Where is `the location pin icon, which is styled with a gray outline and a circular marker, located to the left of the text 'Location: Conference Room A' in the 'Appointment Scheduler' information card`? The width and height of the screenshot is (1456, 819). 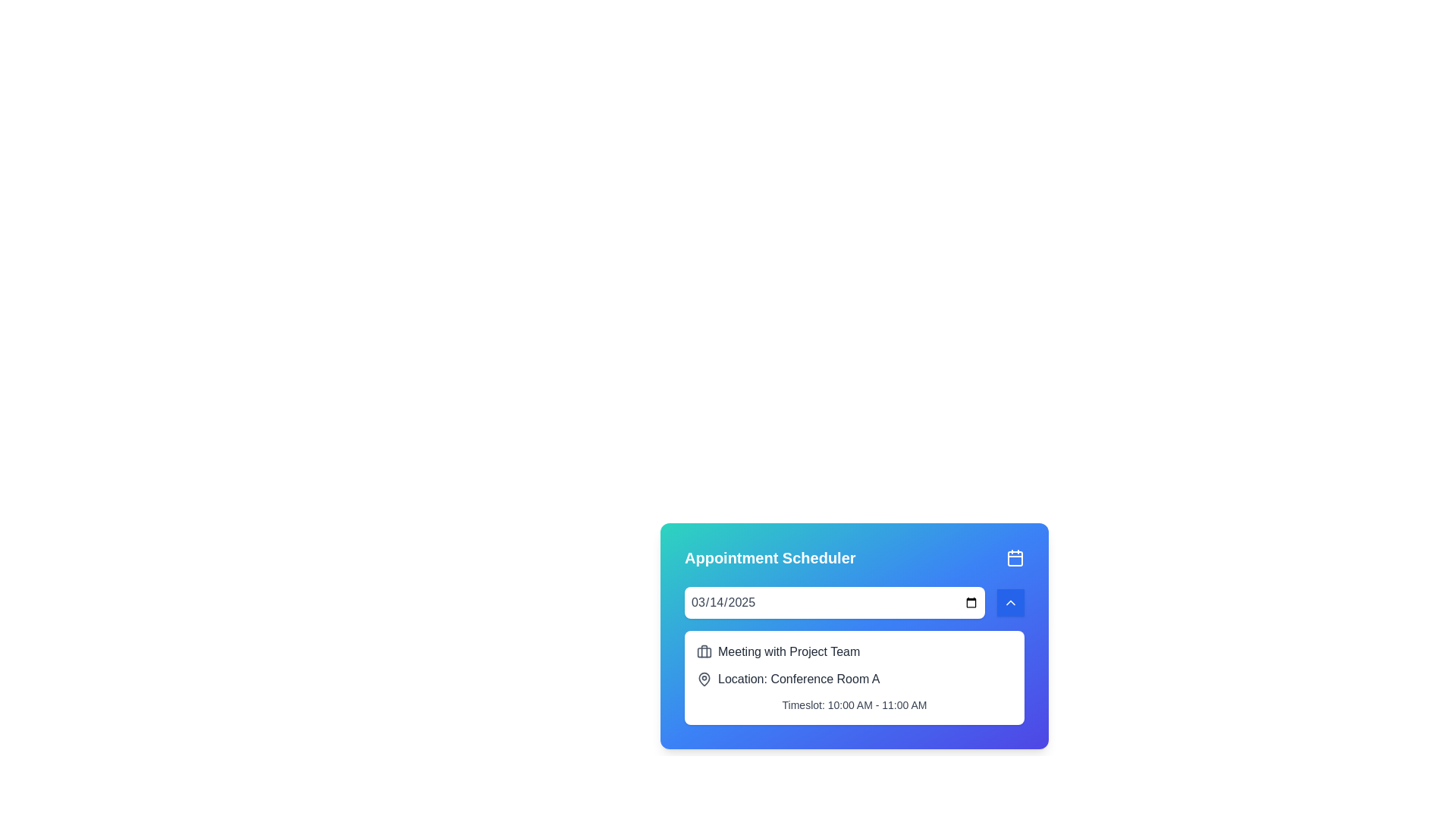
the location pin icon, which is styled with a gray outline and a circular marker, located to the left of the text 'Location: Conference Room A' in the 'Appointment Scheduler' information card is located at coordinates (704, 678).